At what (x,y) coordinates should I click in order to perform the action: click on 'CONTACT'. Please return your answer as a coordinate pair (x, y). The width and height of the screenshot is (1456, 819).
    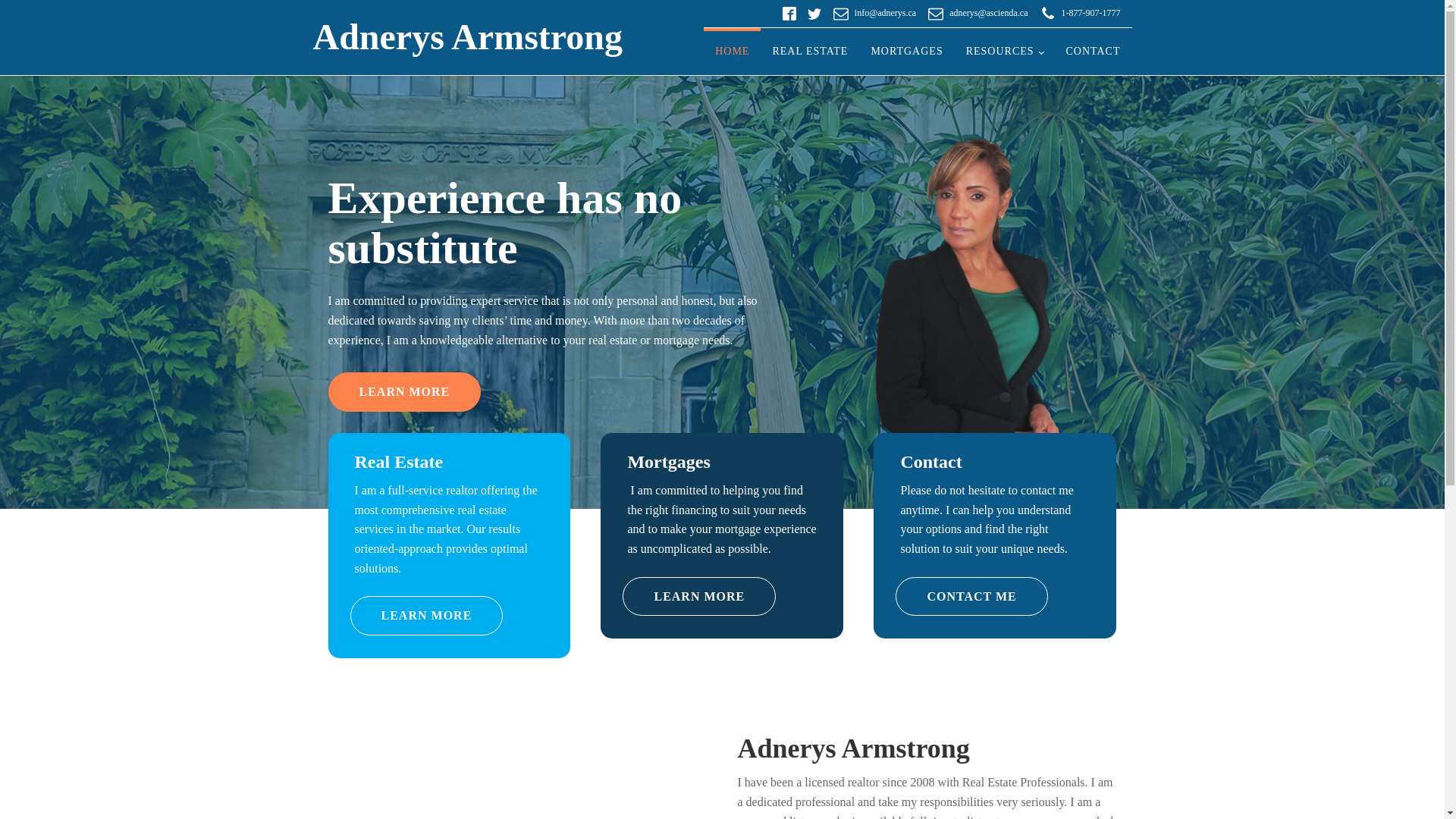
    Looking at the image, I should click on (1053, 51).